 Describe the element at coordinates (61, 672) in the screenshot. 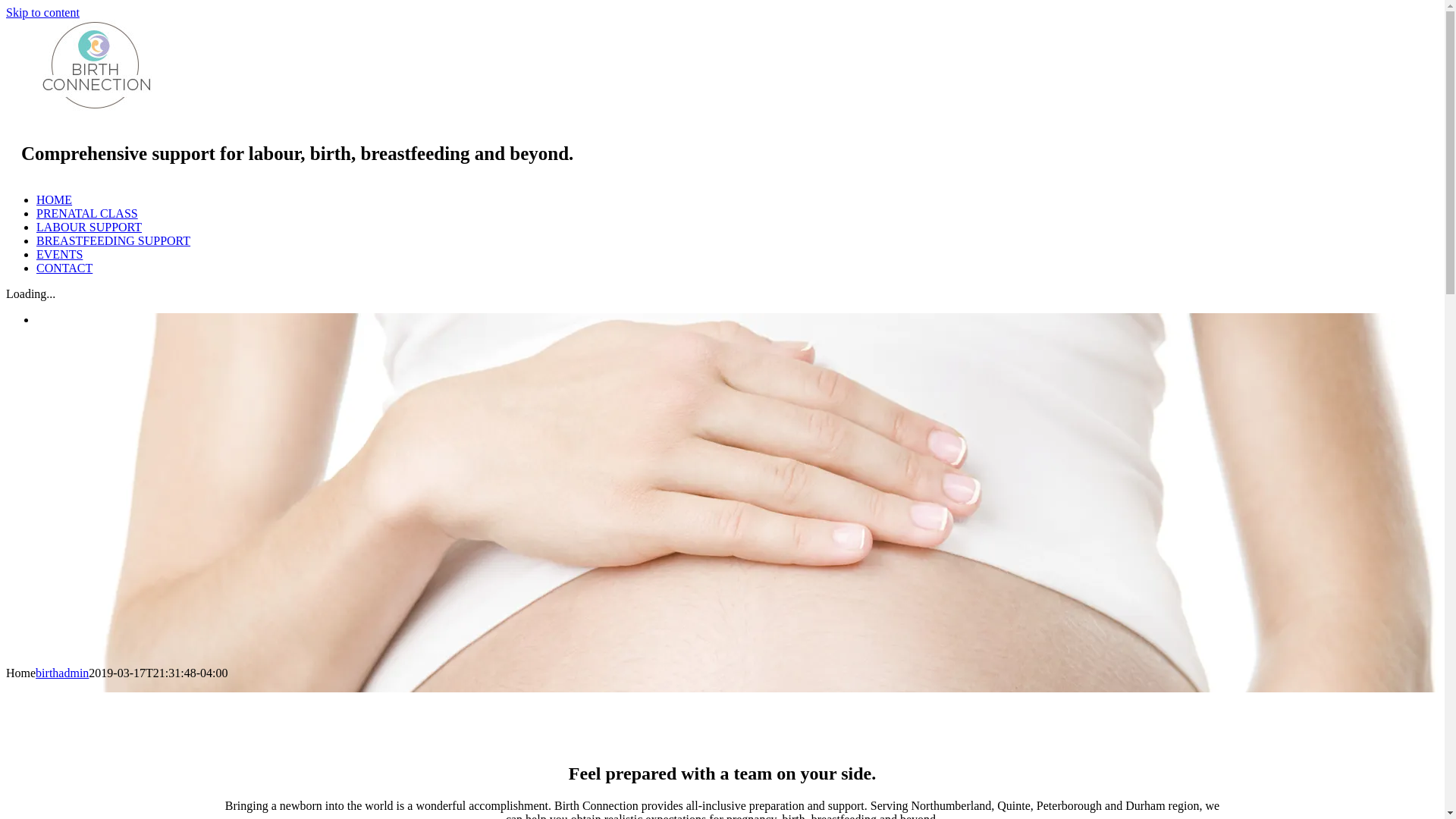

I see `'birthadmin'` at that location.